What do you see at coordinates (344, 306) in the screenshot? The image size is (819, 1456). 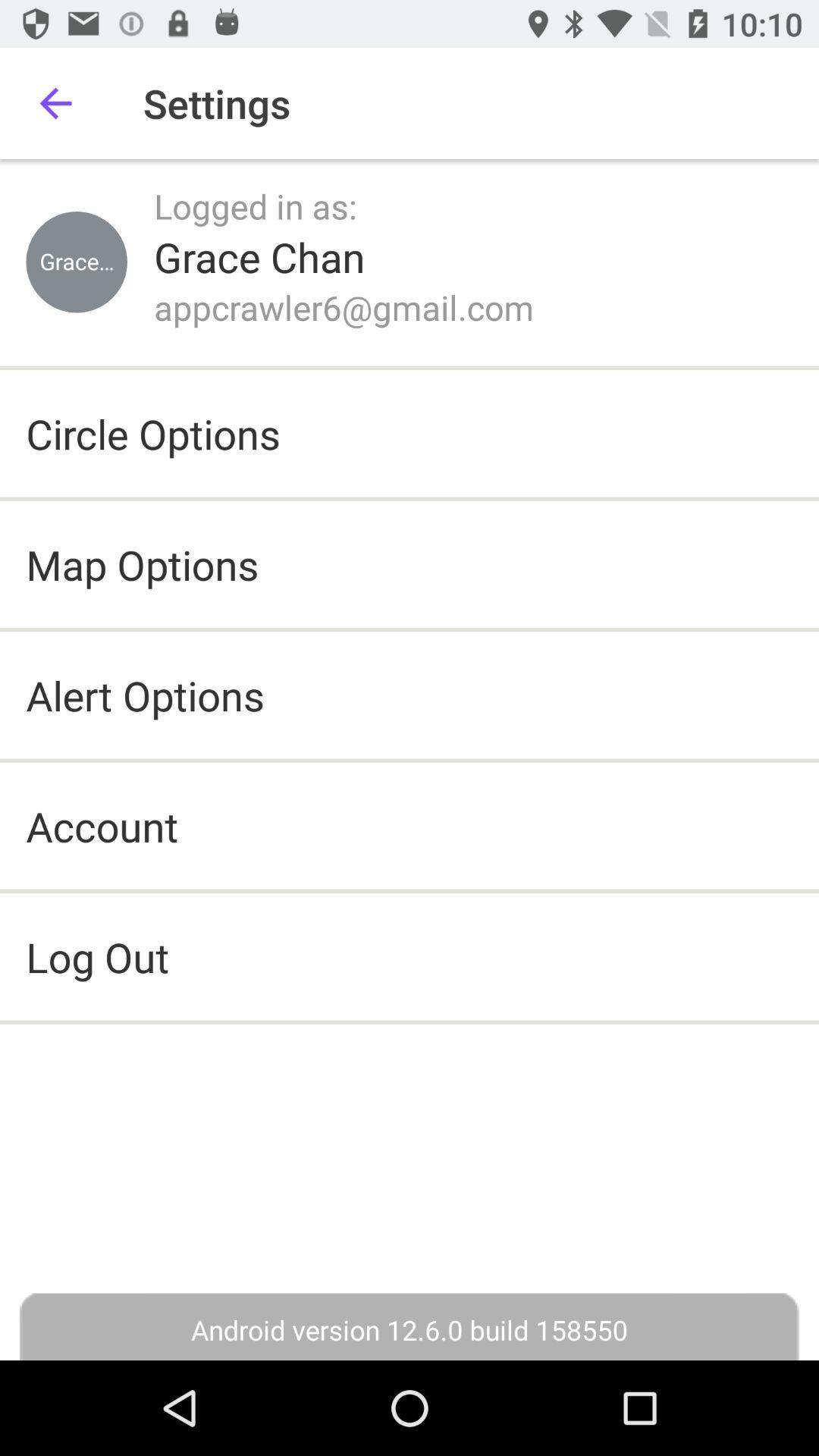 I see `appcrawler6@gmail.com icon` at bounding box center [344, 306].